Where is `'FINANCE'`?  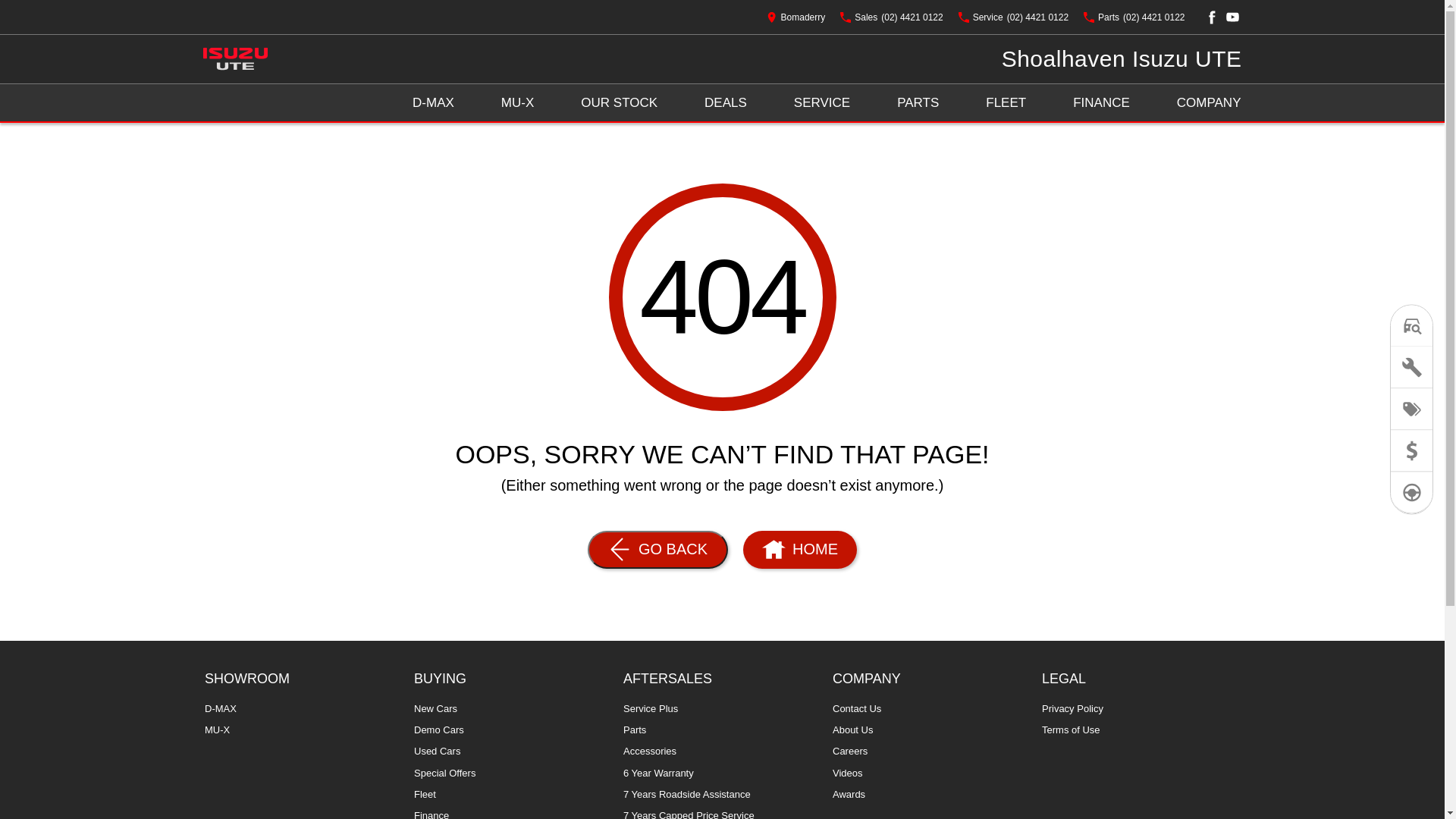 'FINANCE' is located at coordinates (1101, 102).